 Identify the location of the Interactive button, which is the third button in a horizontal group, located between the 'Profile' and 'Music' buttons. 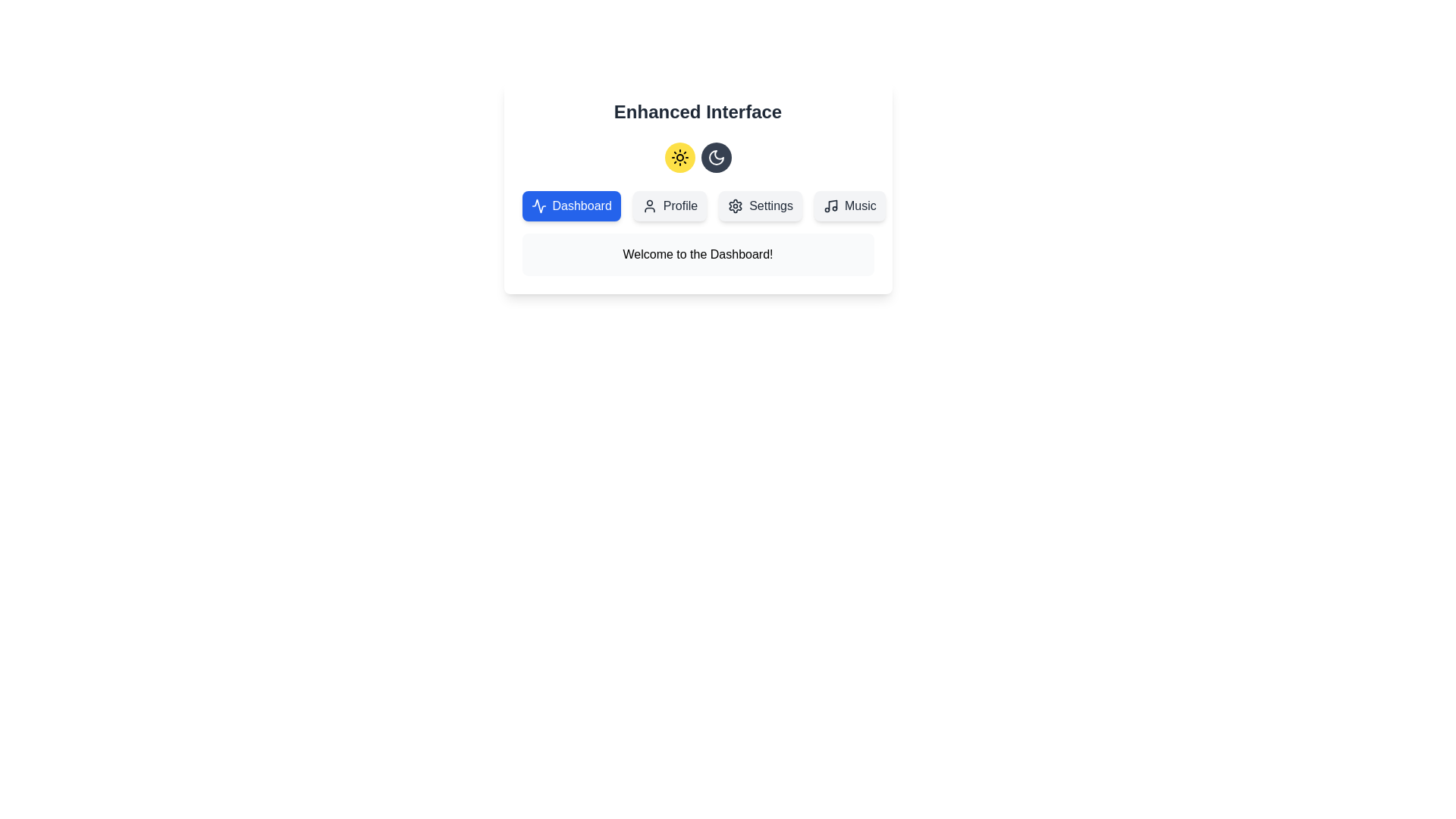
(761, 206).